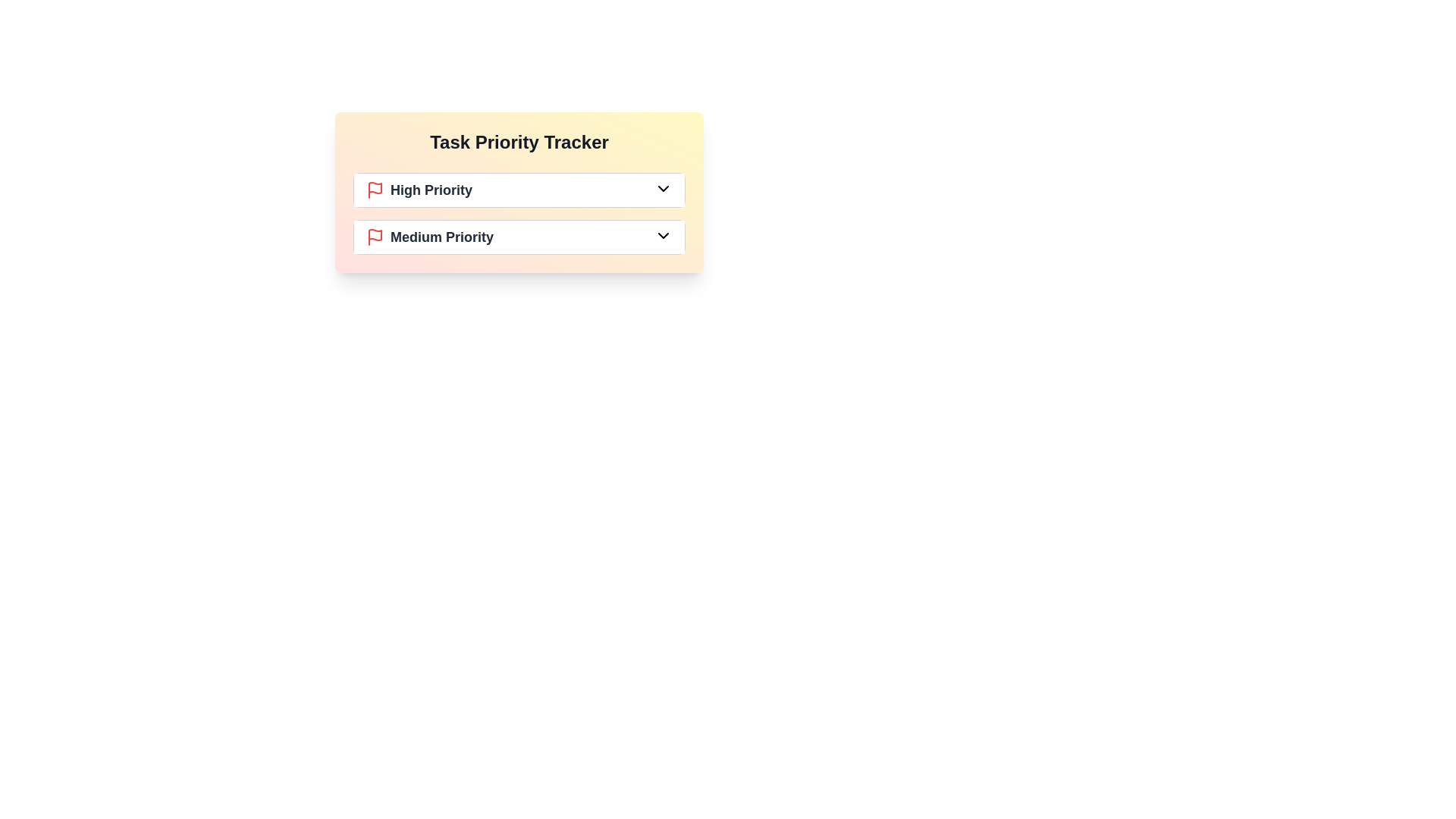 The width and height of the screenshot is (1456, 819). I want to click on the header of the Task Priority Tracker component, so click(519, 143).